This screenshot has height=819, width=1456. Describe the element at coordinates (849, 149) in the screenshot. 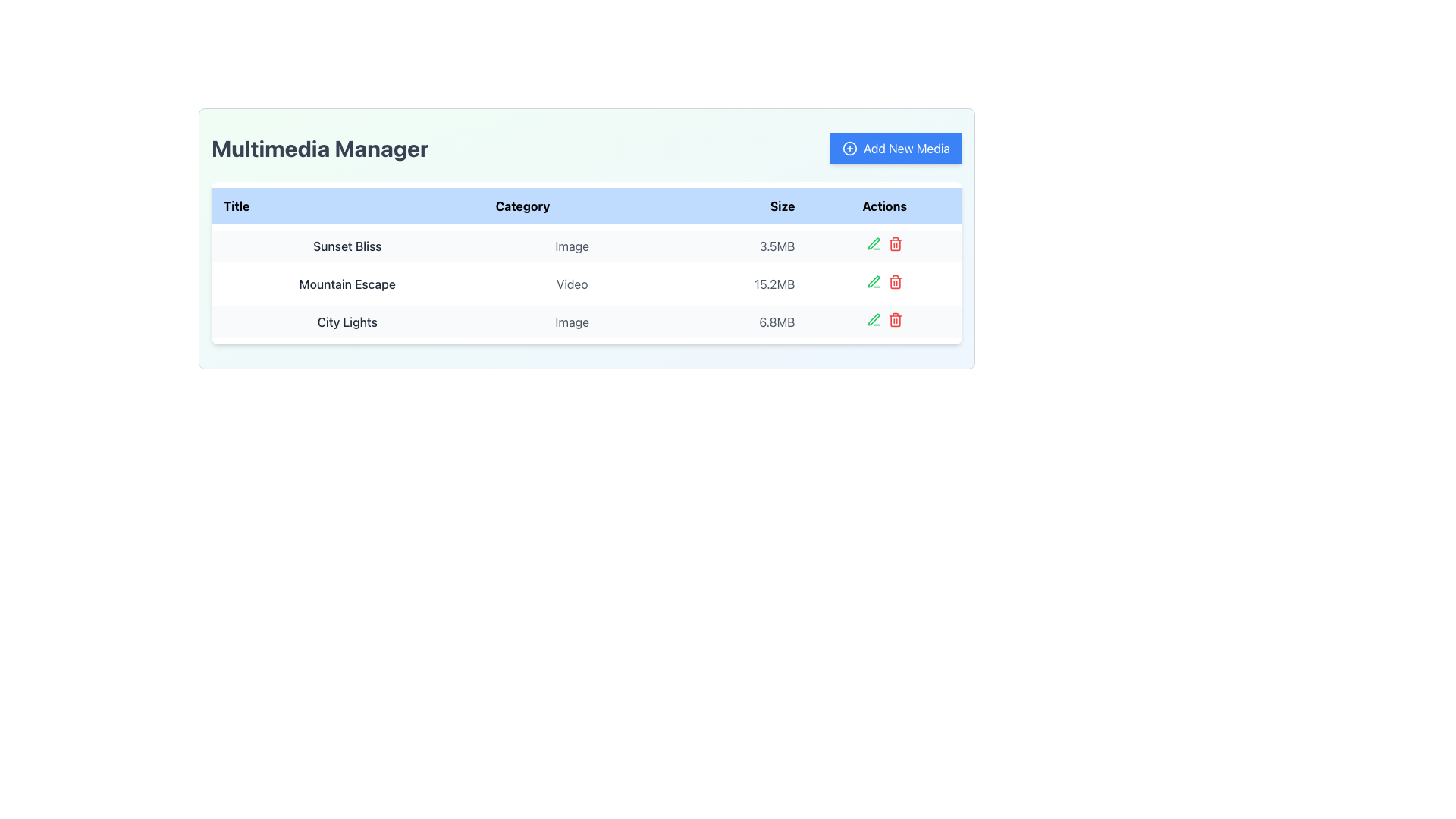

I see `the circular icon to the left of the 'Add New Media' text in the Multimedia Manager interface` at that location.